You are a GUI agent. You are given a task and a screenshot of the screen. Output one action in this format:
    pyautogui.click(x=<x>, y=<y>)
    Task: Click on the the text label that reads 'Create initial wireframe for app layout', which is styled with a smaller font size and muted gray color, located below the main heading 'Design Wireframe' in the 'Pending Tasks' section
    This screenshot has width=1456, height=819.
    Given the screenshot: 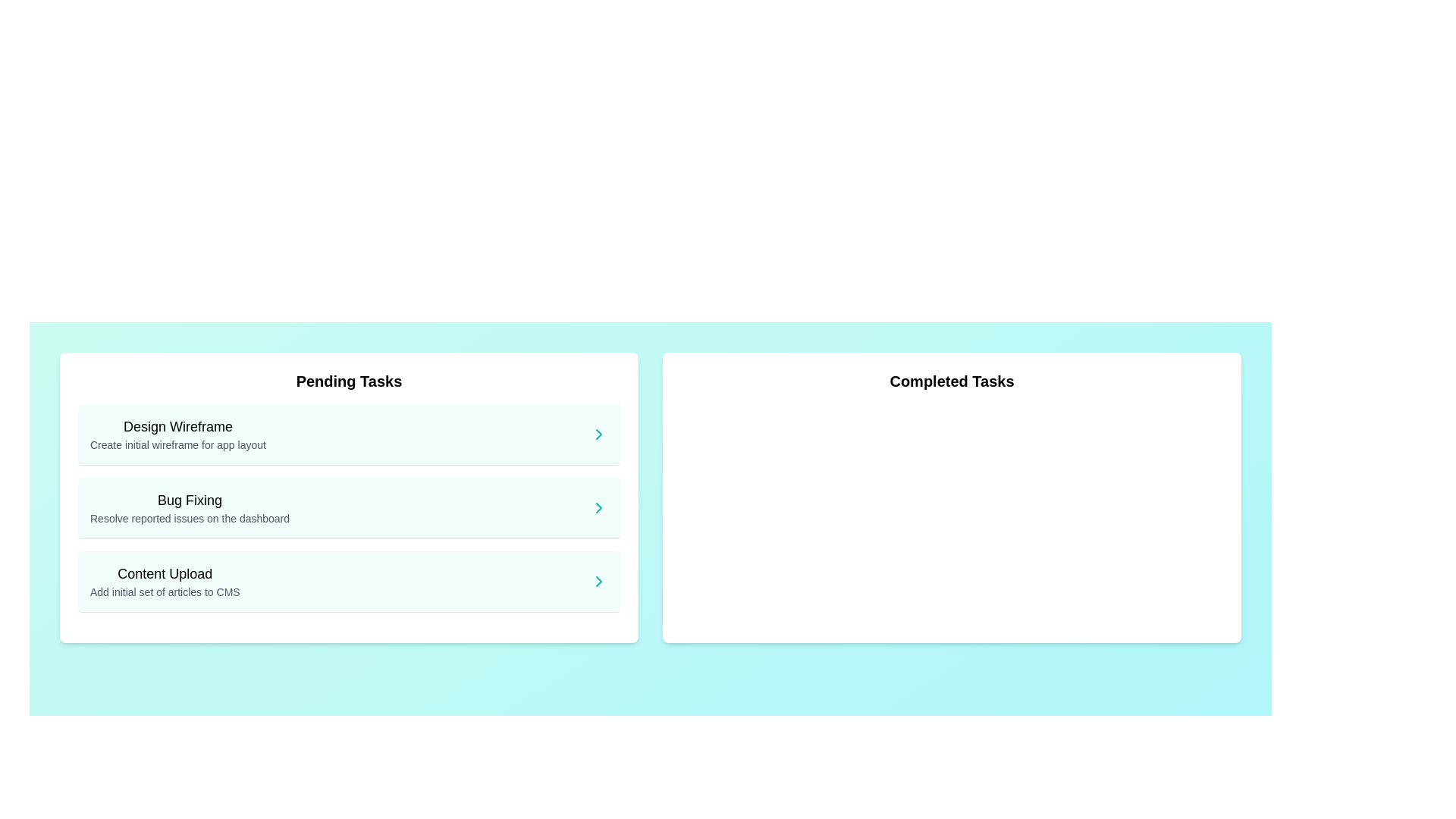 What is the action you would take?
    pyautogui.click(x=178, y=444)
    